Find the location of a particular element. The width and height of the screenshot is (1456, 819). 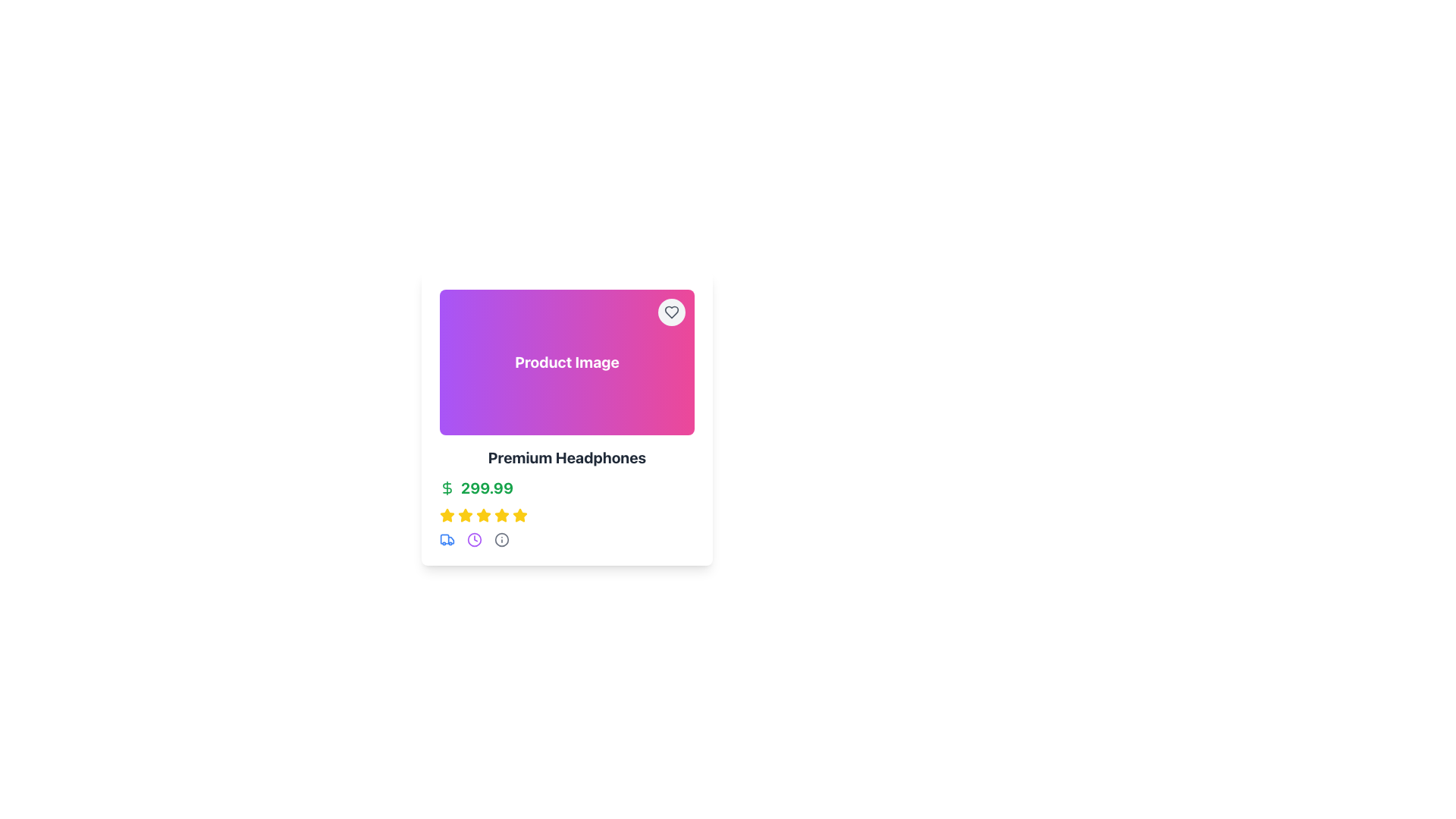

the rightmost interactive icon with an information tooltip about the product's warranty is located at coordinates (502, 539).